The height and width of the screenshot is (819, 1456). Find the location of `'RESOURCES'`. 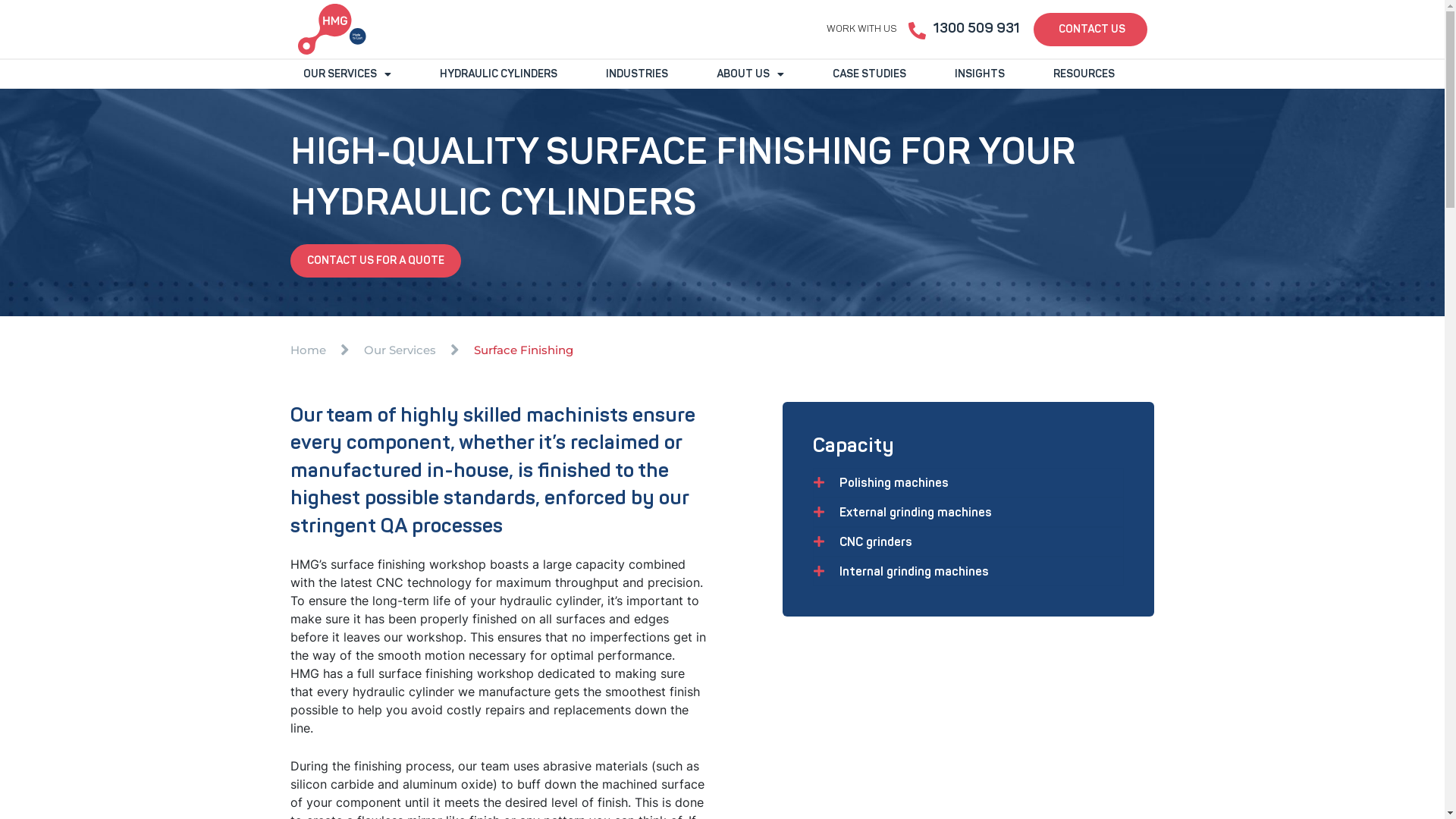

'RESOURCES' is located at coordinates (1083, 74).